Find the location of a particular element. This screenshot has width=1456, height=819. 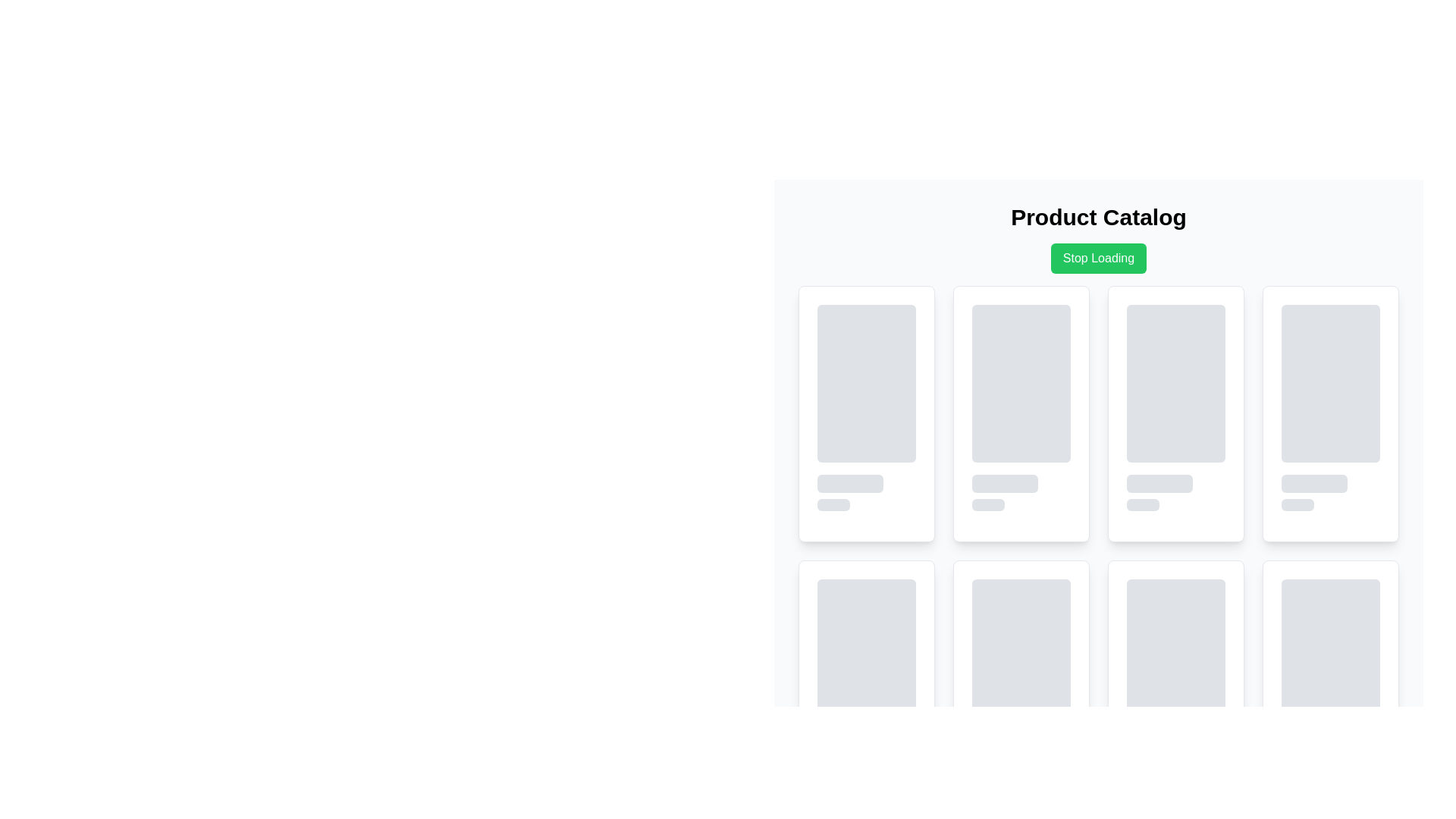

the stop button located below the 'Product Catalog' heading to change its appearance is located at coordinates (1099, 257).